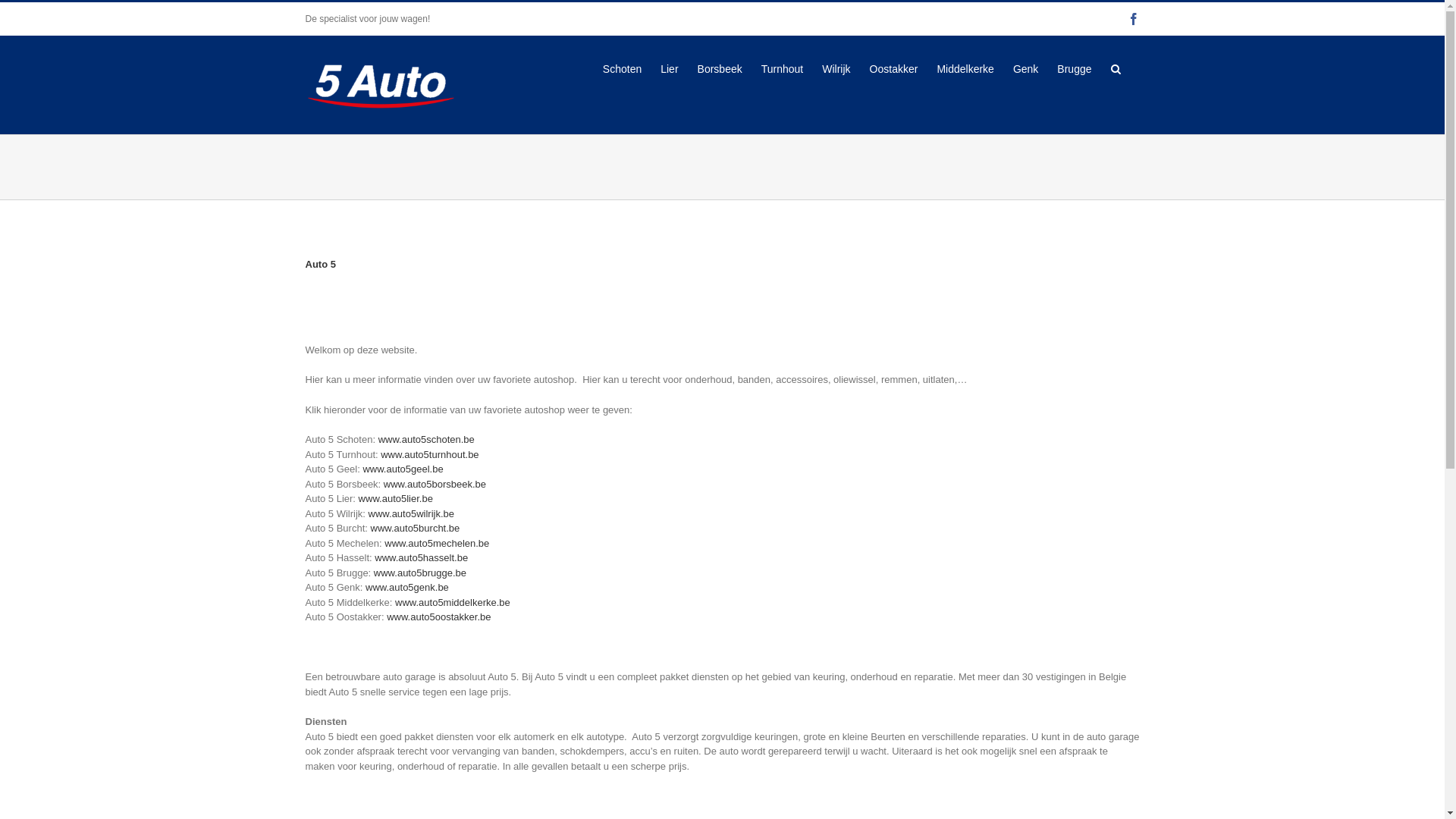 Image resolution: width=1456 pixels, height=819 pixels. What do you see at coordinates (411, 513) in the screenshot?
I see `'www.auto5wilrijk.be'` at bounding box center [411, 513].